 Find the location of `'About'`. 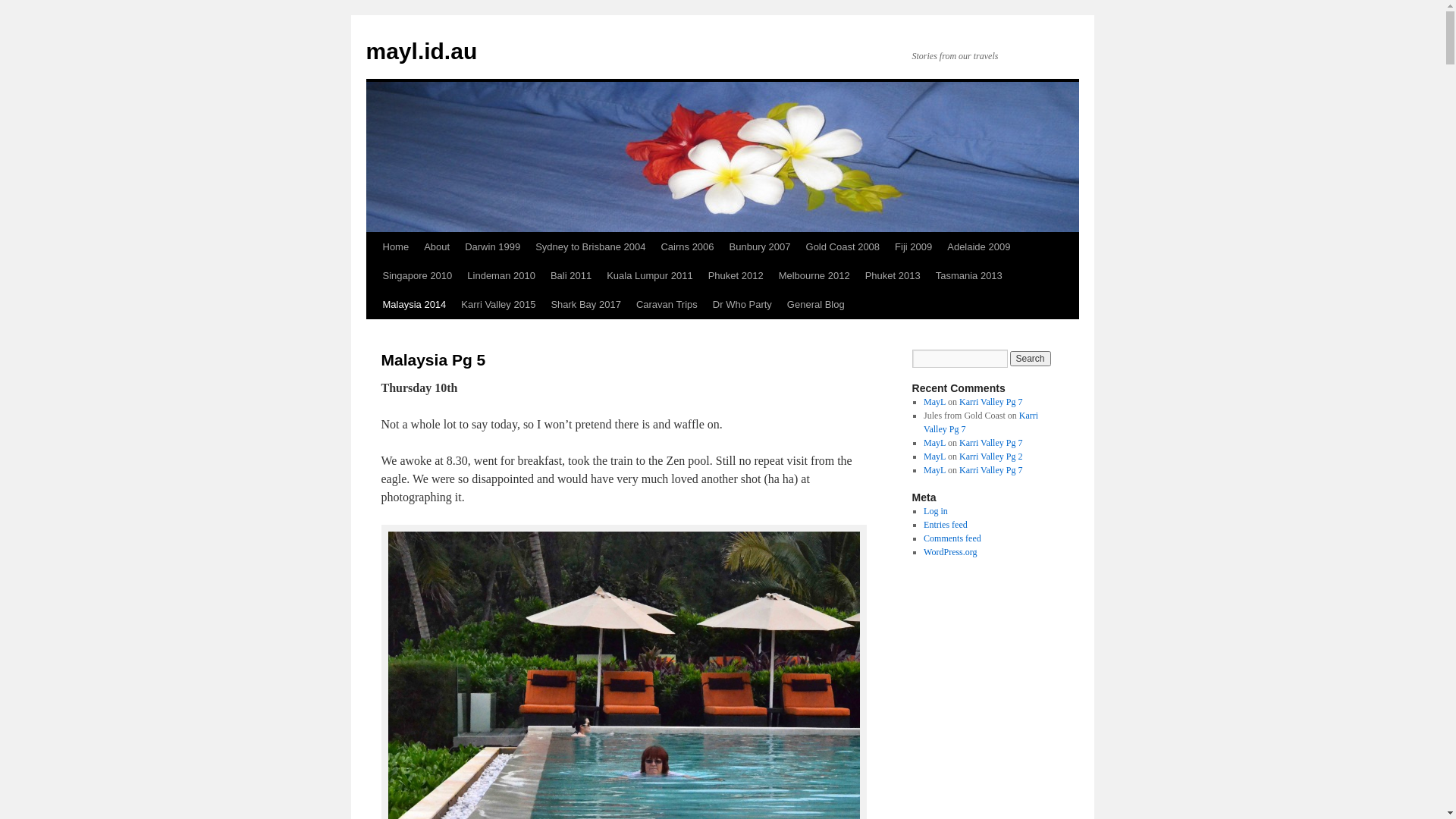

'About' is located at coordinates (436, 246).